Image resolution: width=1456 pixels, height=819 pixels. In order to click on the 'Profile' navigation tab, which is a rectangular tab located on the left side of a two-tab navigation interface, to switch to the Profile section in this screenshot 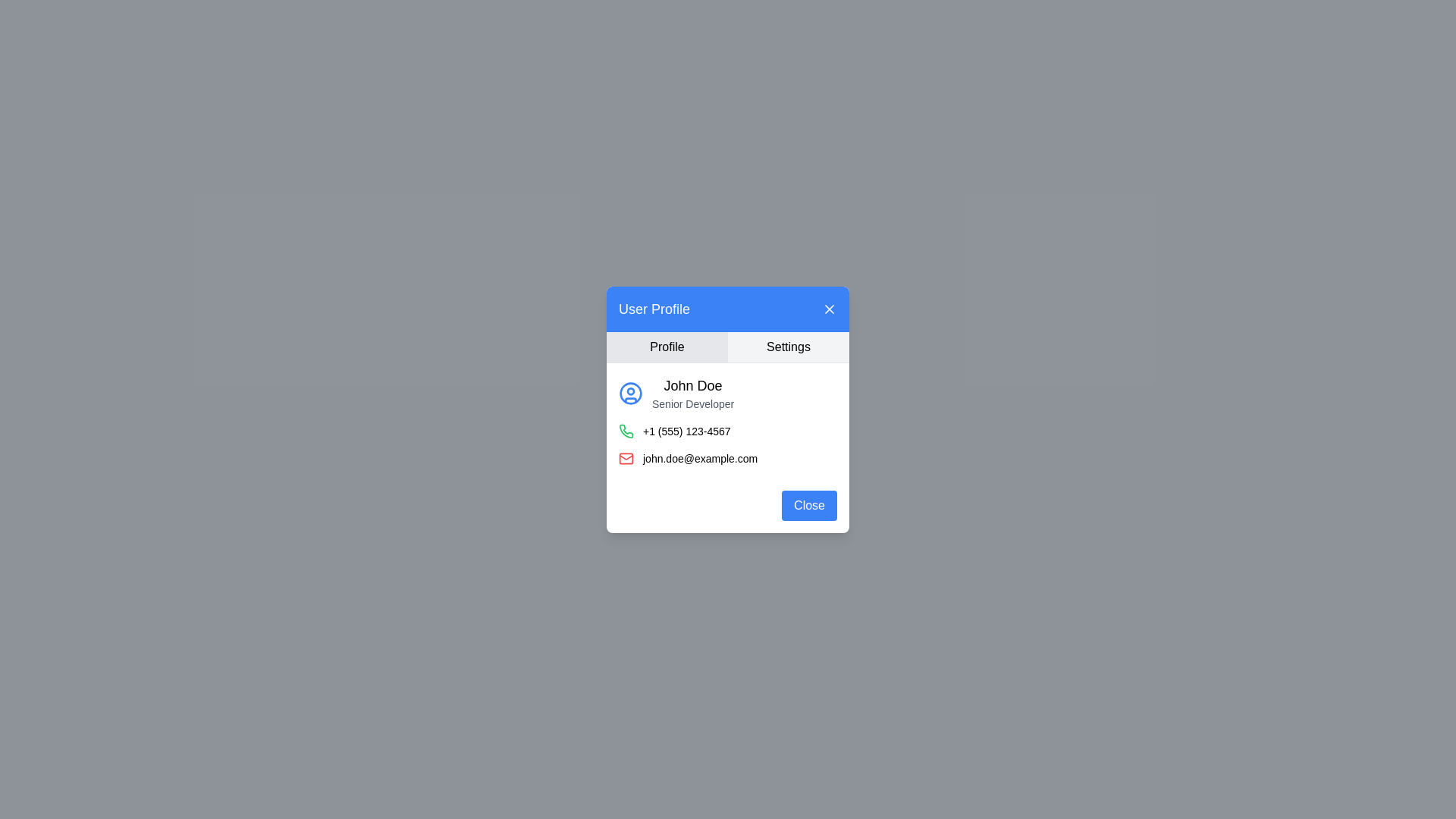, I will do `click(667, 347)`.